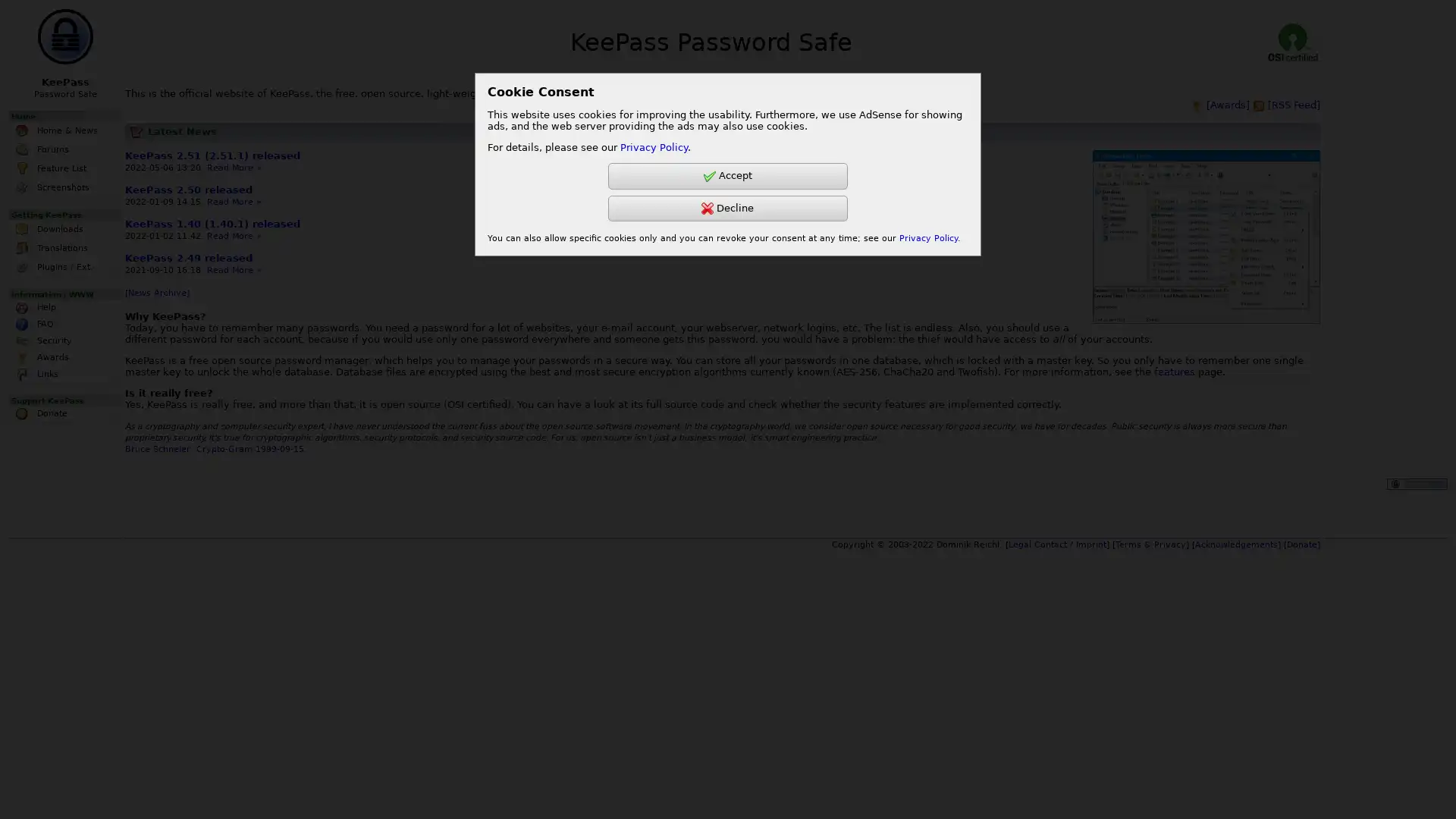  What do you see at coordinates (726, 208) in the screenshot?
I see `Decline` at bounding box center [726, 208].